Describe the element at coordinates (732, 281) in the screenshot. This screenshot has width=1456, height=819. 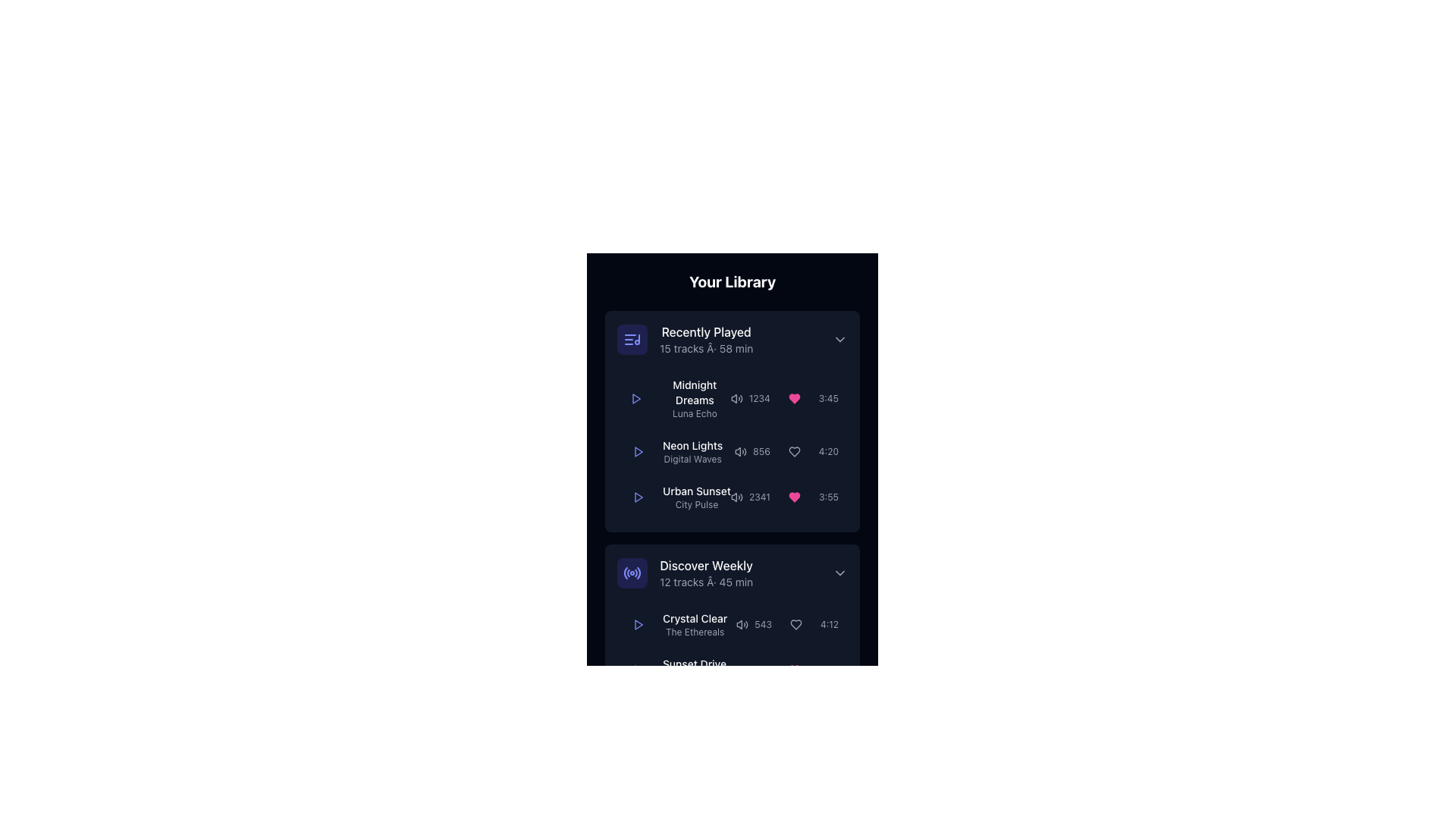
I see `the static text label displaying 'Your Library', which is styled in bold white font and located at the top of the interface, above the 'Recently Played' section` at that location.